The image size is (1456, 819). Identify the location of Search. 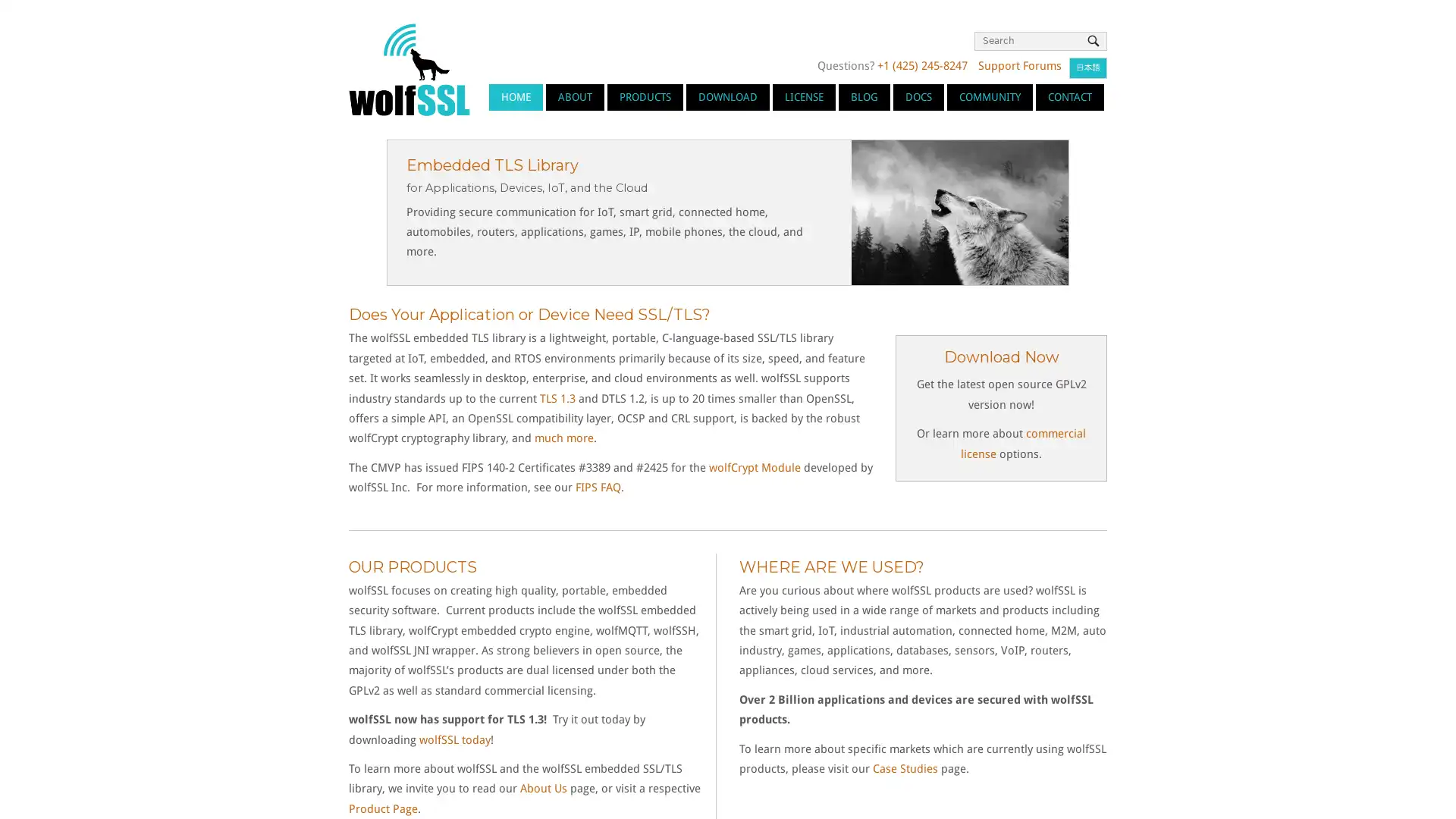
(1093, 40).